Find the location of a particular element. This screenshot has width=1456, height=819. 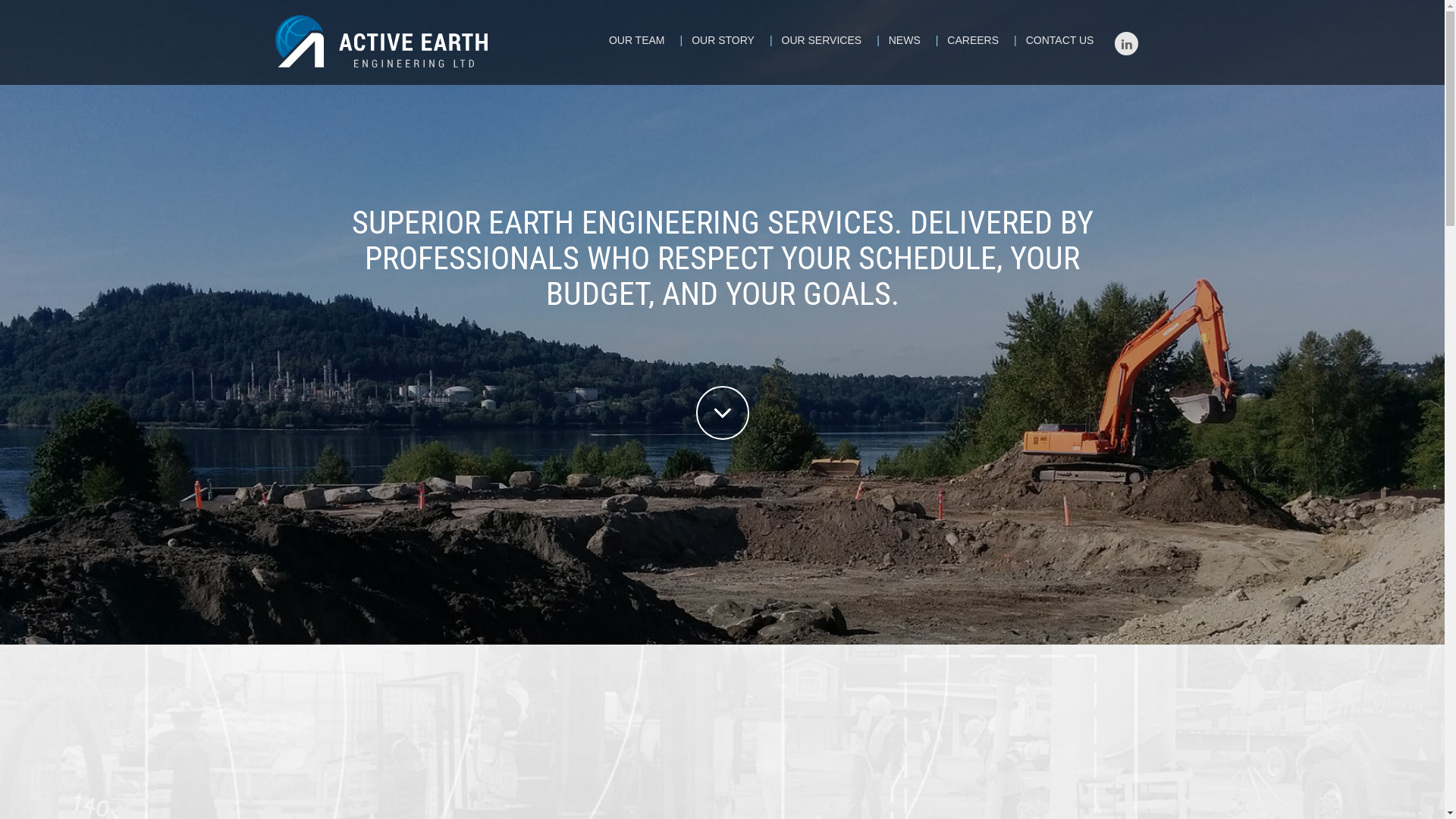

'CAREERS' is located at coordinates (946, 43).